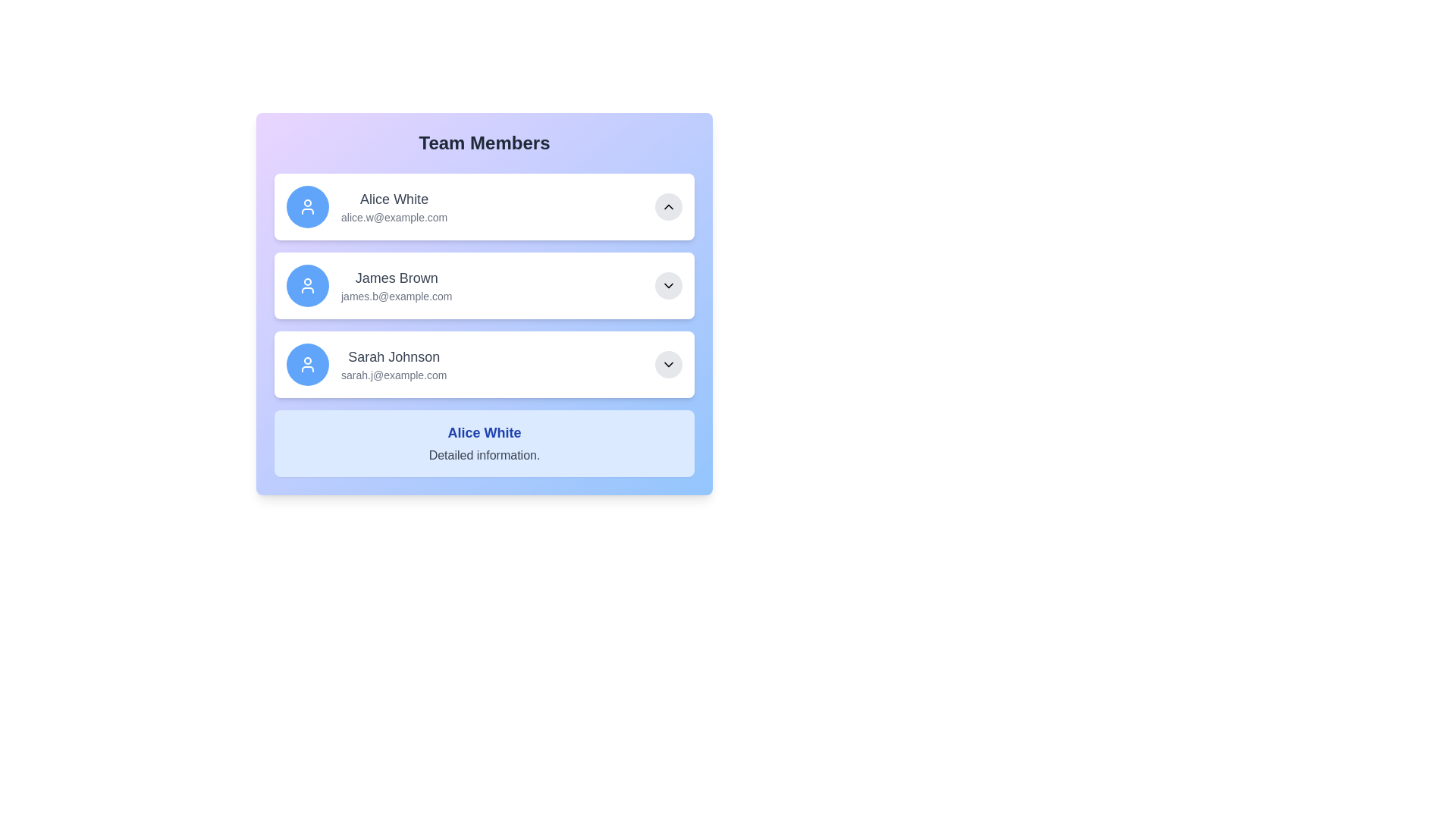 The image size is (1456, 819). Describe the element at coordinates (483, 324) in the screenshot. I see `the second card in a vertical list of team member summaries` at that location.